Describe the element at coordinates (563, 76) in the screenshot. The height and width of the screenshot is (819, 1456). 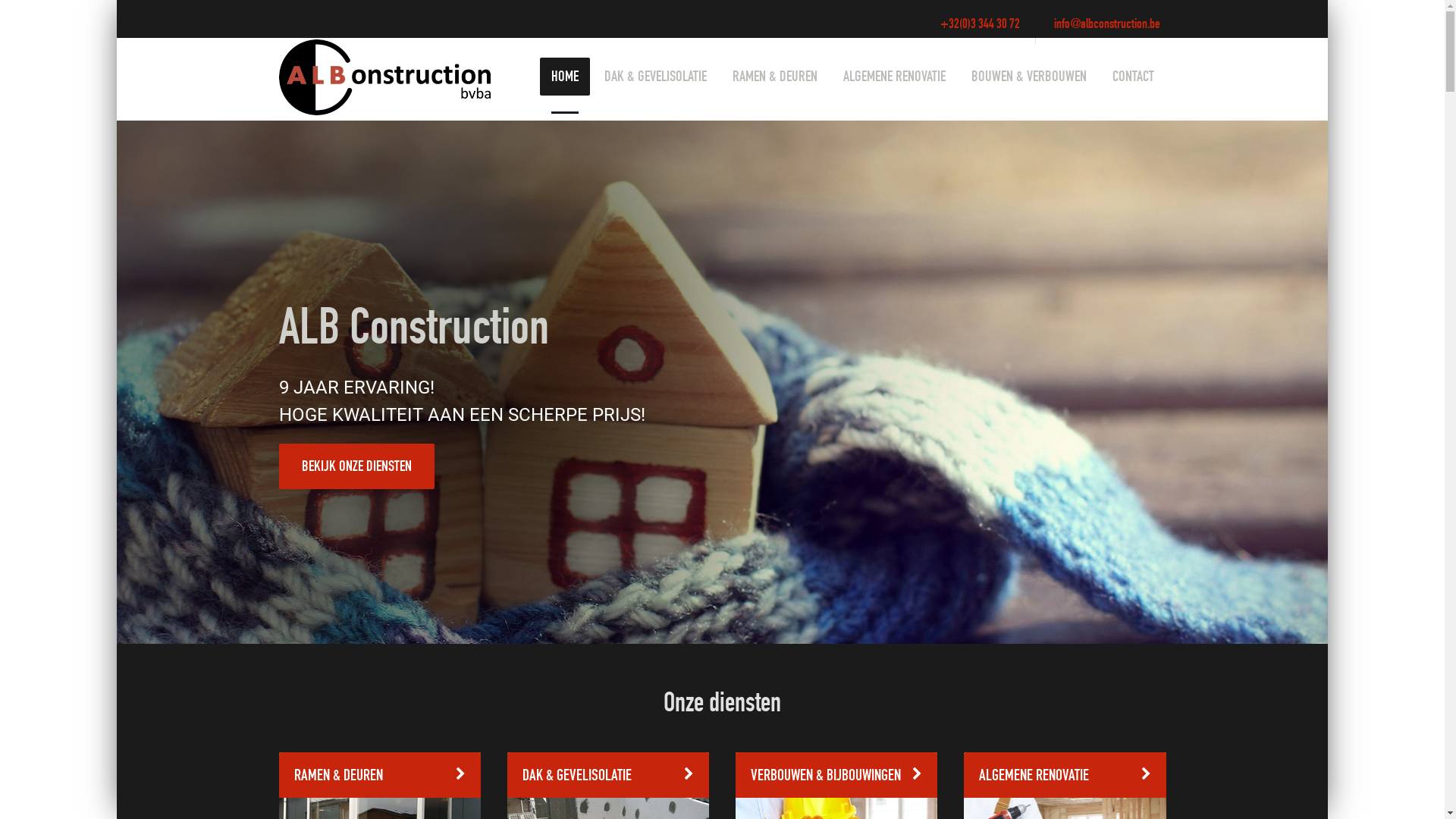
I see `'HOME'` at that location.